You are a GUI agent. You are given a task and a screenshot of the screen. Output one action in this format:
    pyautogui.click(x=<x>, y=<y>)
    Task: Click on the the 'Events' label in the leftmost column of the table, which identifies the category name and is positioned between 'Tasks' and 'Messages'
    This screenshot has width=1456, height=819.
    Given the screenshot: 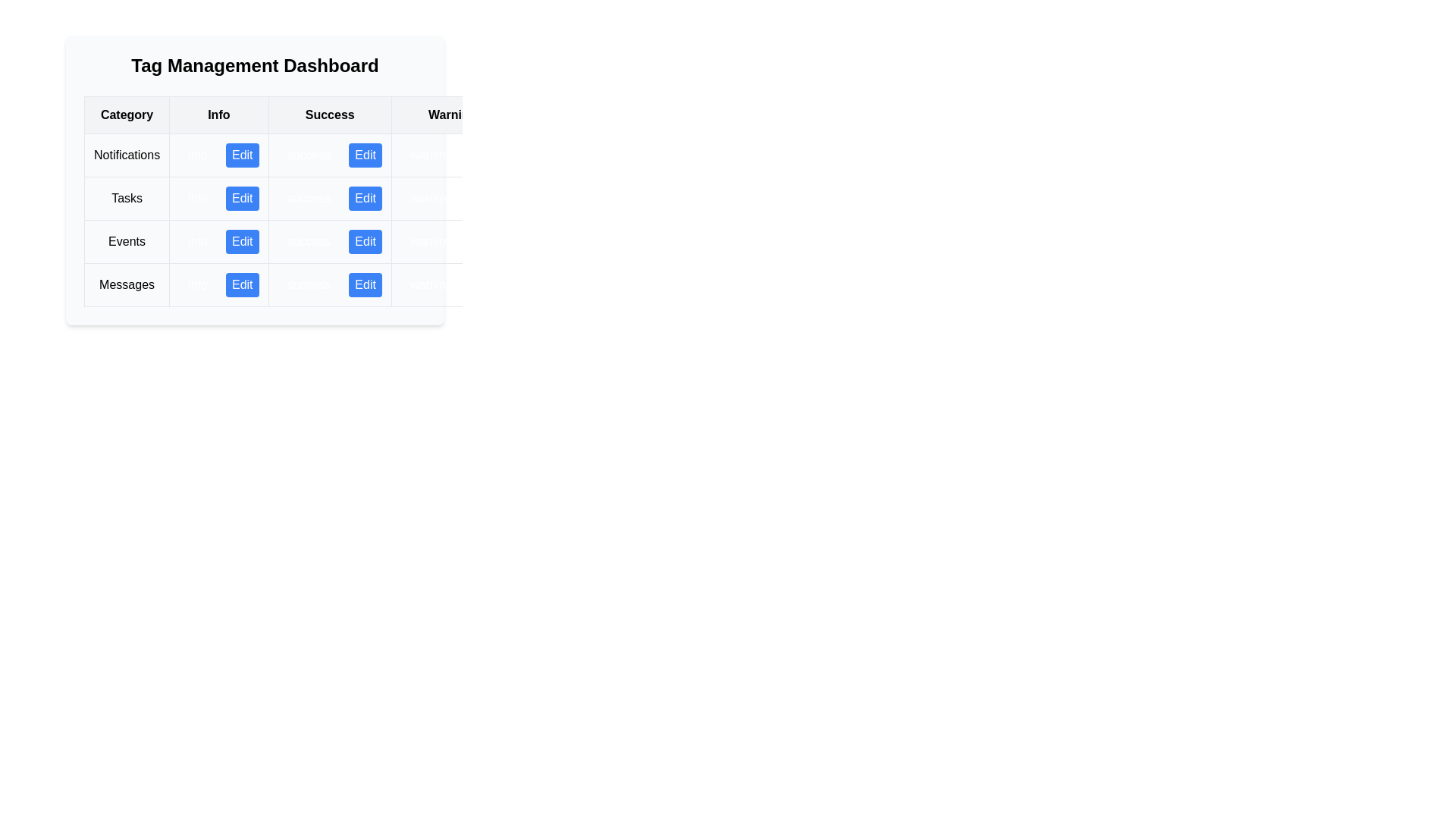 What is the action you would take?
    pyautogui.click(x=127, y=241)
    